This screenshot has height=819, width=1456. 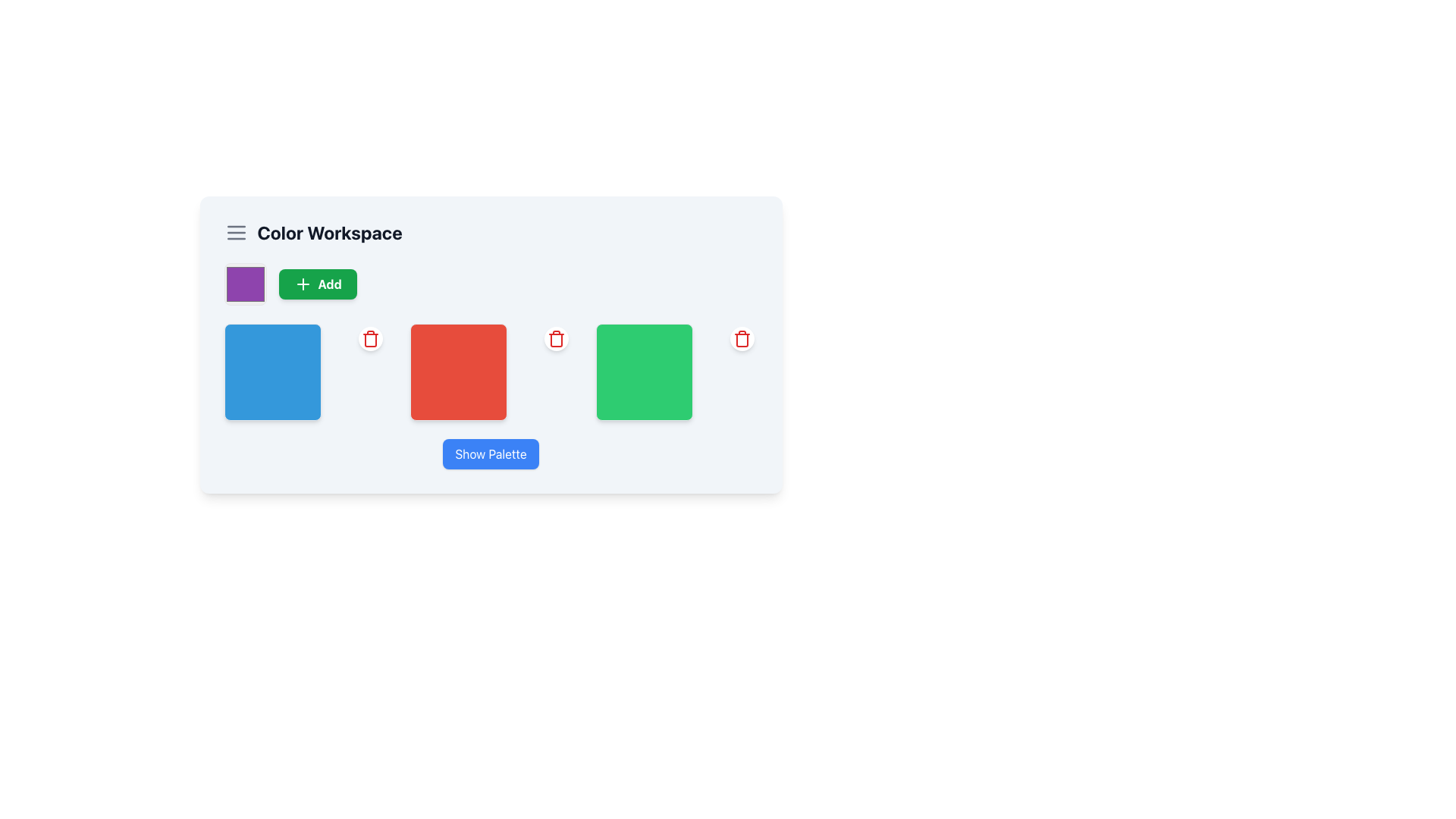 What do you see at coordinates (303, 284) in the screenshot?
I see `the small plus sign icon with a green background located to the left of the 'Add' button` at bounding box center [303, 284].